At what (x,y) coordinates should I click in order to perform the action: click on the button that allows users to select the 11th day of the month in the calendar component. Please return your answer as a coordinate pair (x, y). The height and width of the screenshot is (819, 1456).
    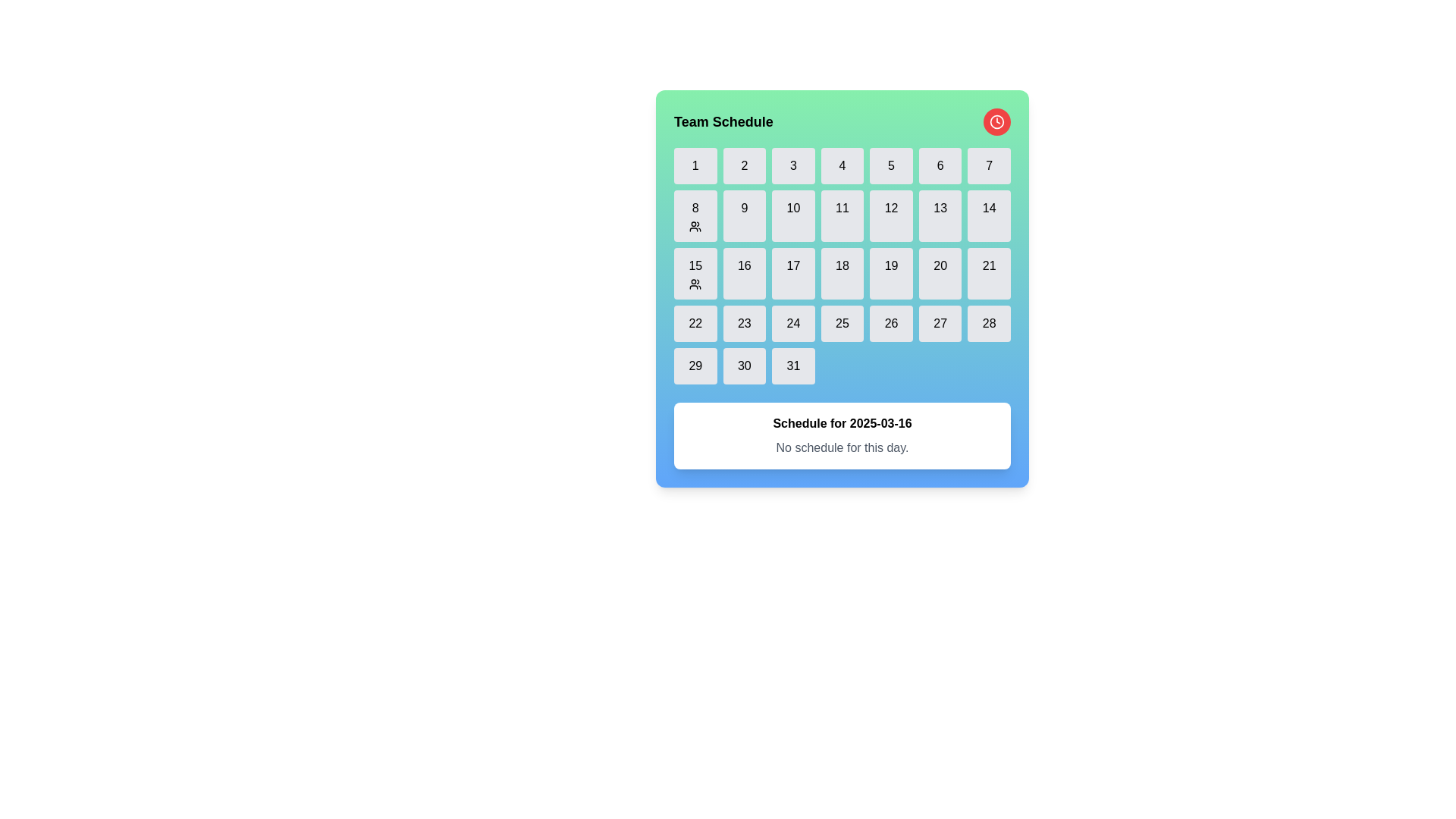
    Looking at the image, I should click on (841, 216).